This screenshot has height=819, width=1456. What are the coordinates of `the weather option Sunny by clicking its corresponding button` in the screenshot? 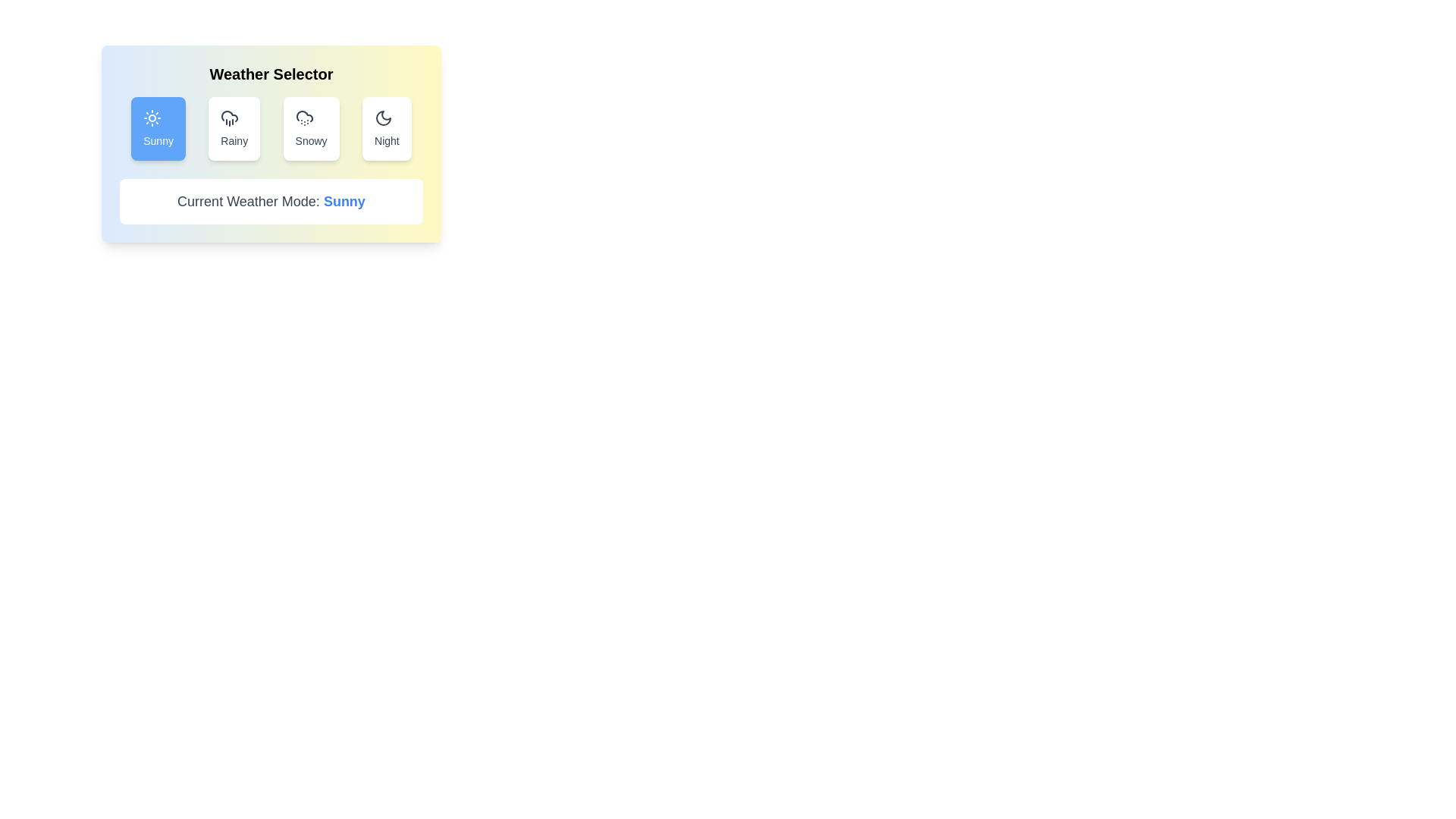 It's located at (158, 127).